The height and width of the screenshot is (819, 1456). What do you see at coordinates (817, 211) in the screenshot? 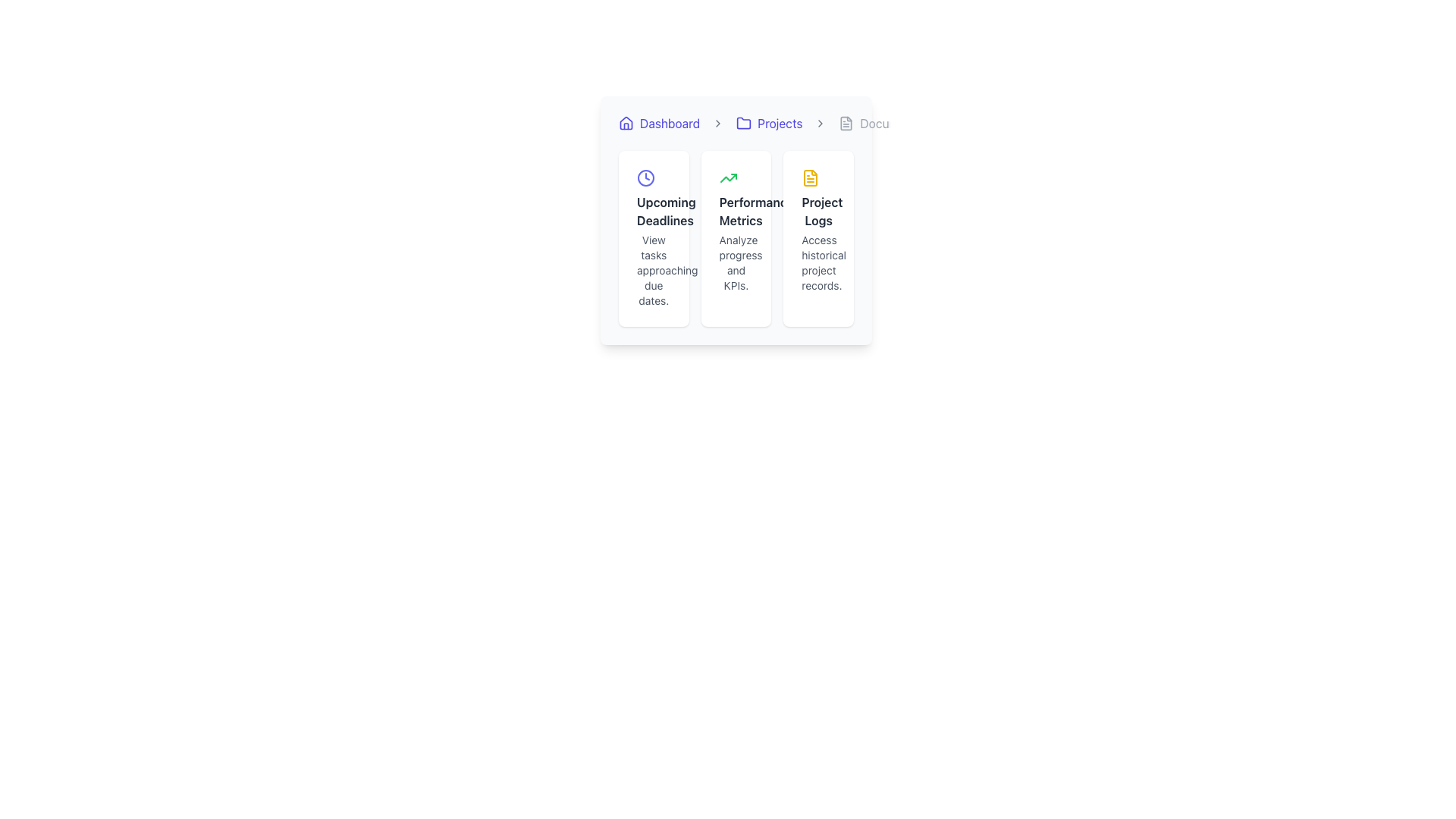
I see `the centrally placed Text Label within the third section of the row of cards, which serves as a heading or title for the associated card` at bounding box center [817, 211].